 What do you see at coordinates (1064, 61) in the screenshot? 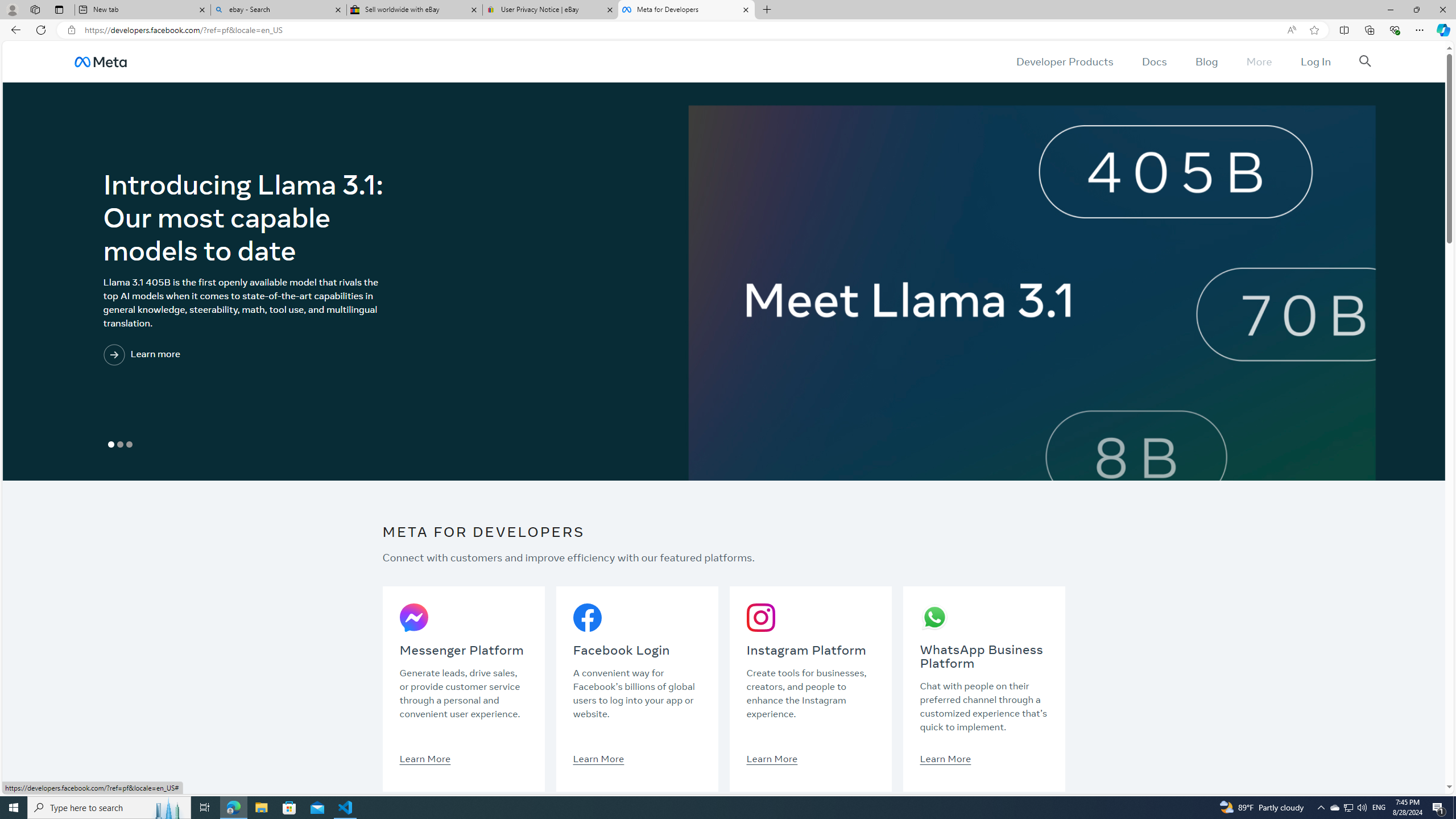
I see `'Developer Products'` at bounding box center [1064, 61].